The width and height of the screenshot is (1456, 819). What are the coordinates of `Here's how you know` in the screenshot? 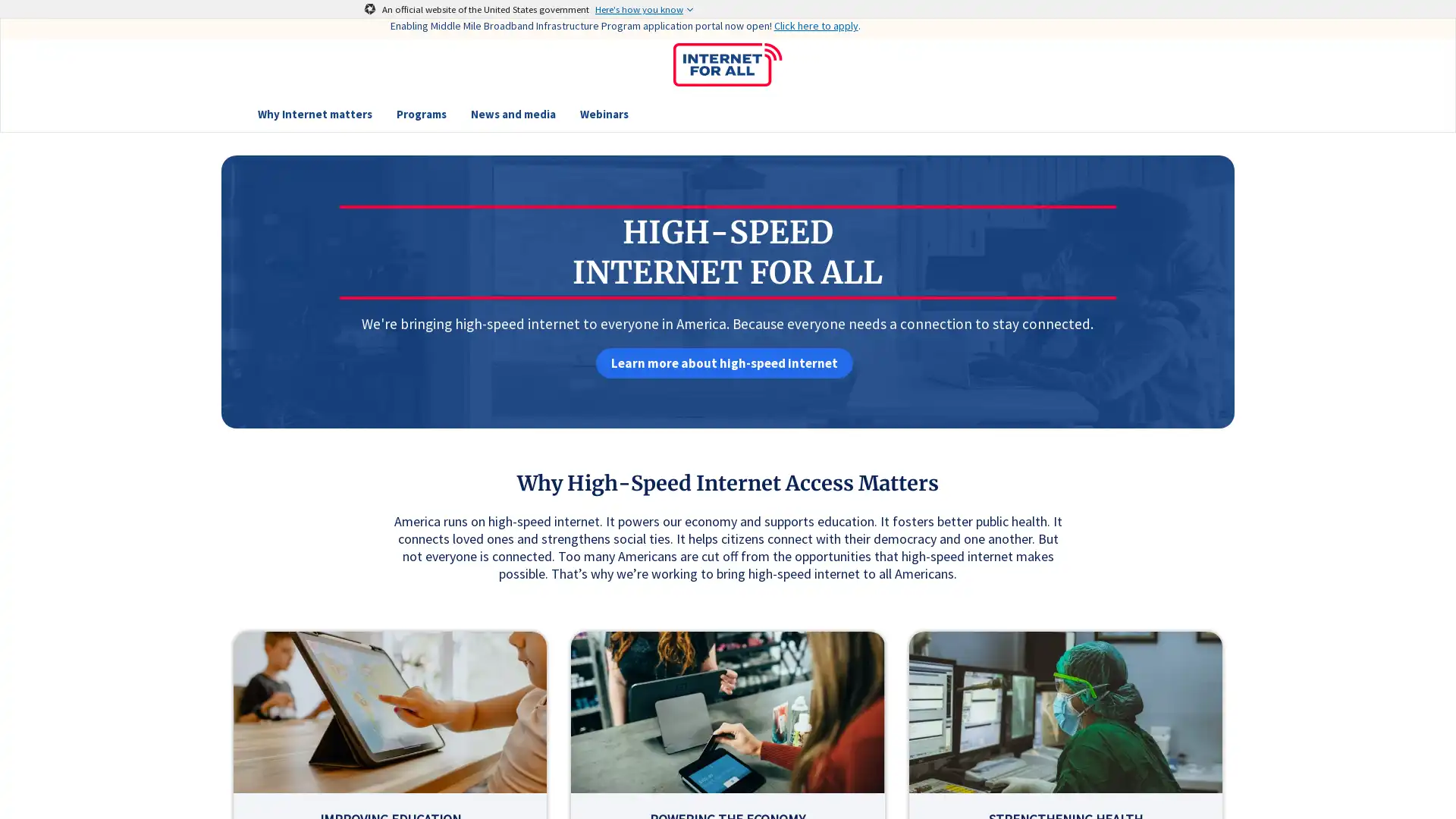 It's located at (644, 8).